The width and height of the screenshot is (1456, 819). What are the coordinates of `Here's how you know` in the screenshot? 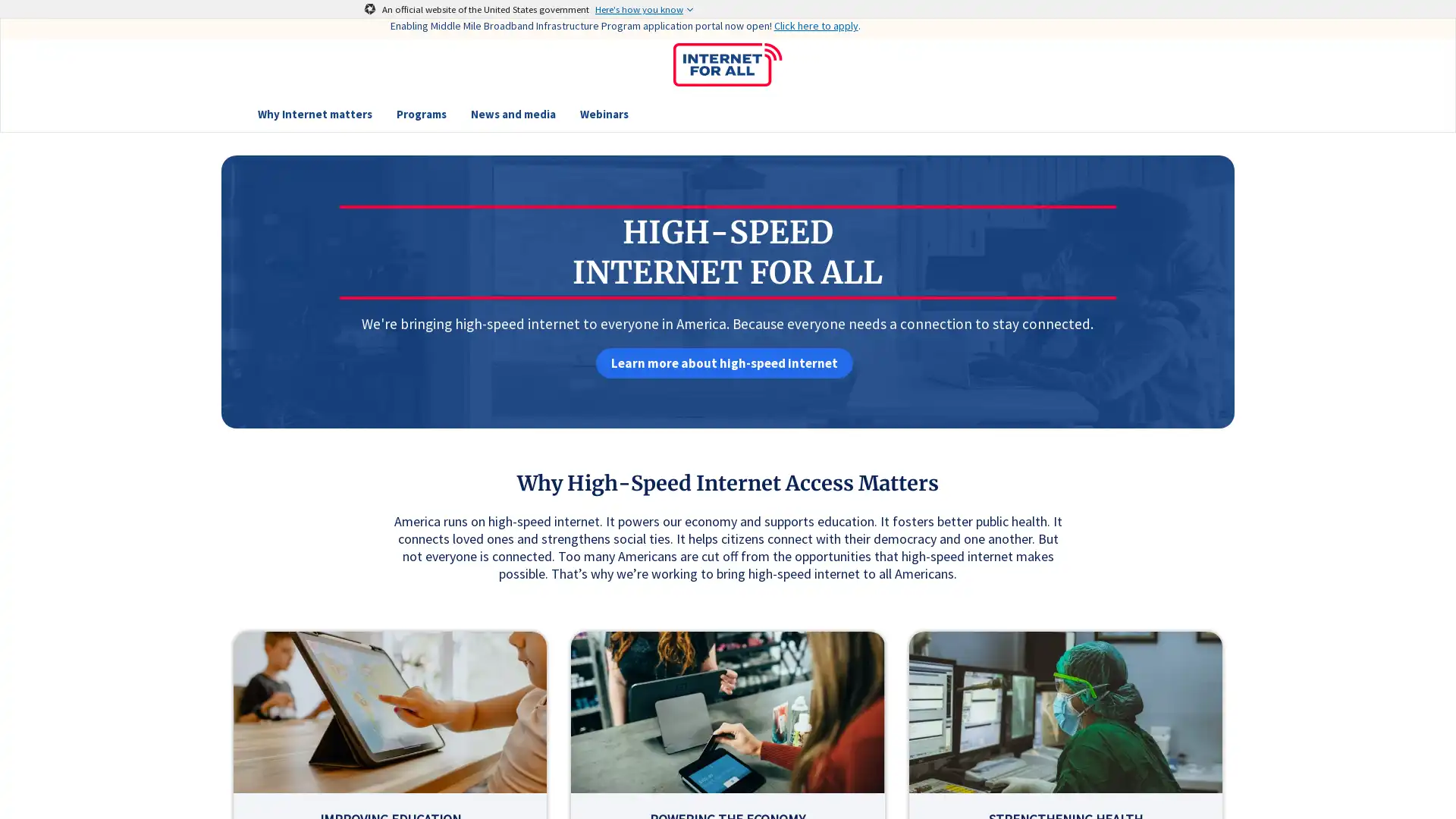 It's located at (644, 8).